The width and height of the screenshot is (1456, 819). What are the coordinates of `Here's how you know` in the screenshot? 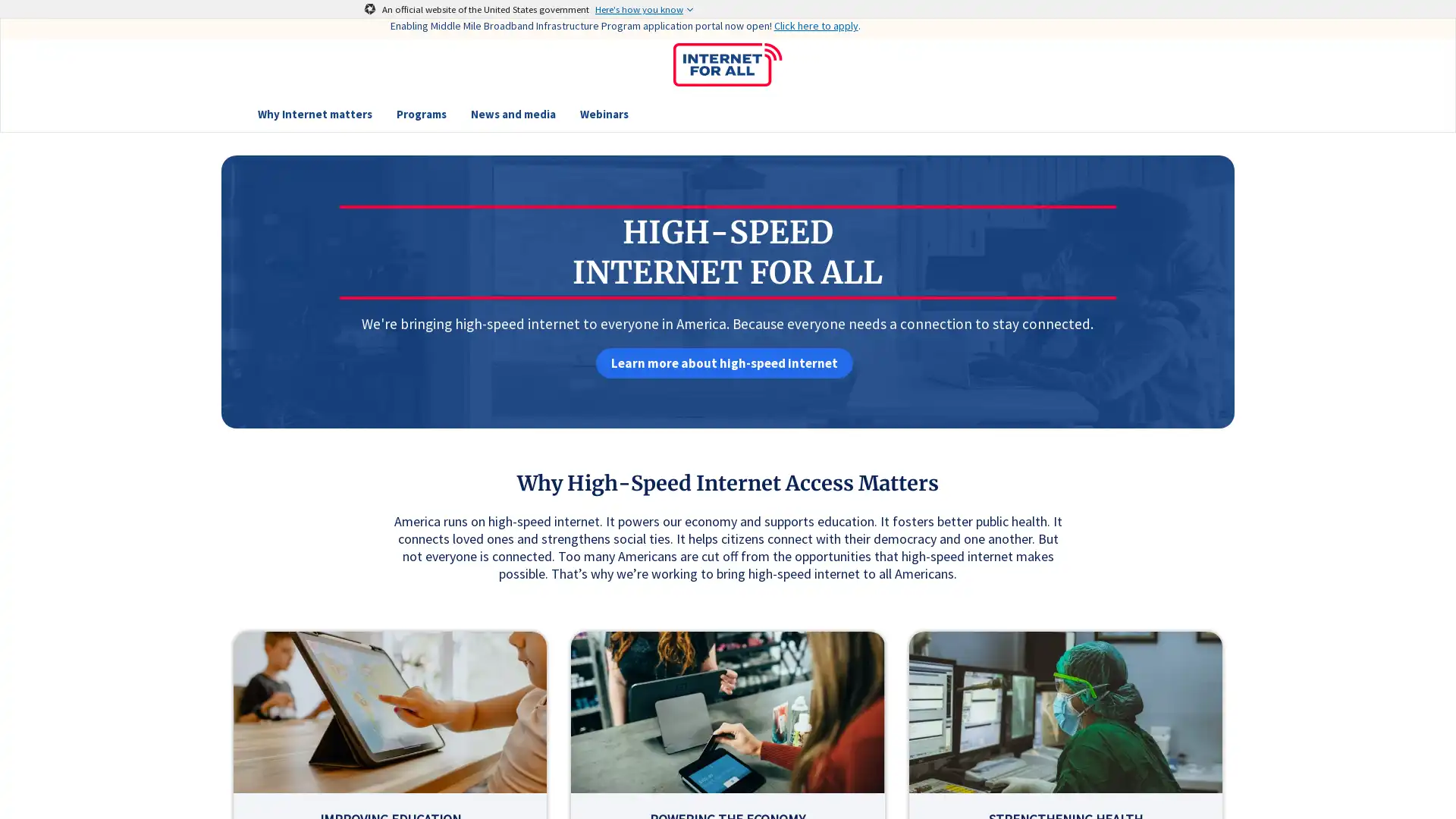 It's located at (644, 8).